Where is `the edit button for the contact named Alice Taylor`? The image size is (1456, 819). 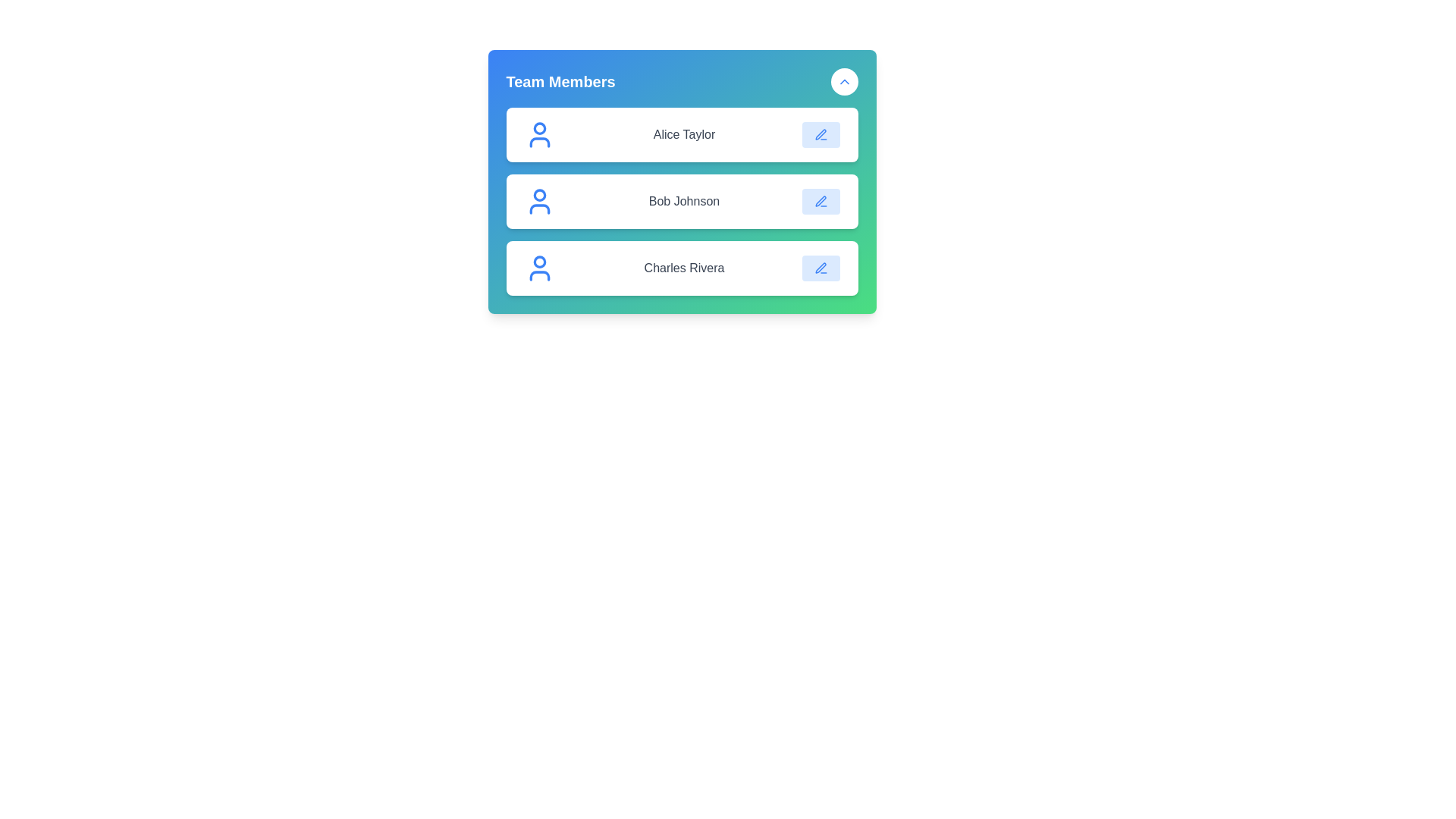 the edit button for the contact named Alice Taylor is located at coordinates (820, 133).